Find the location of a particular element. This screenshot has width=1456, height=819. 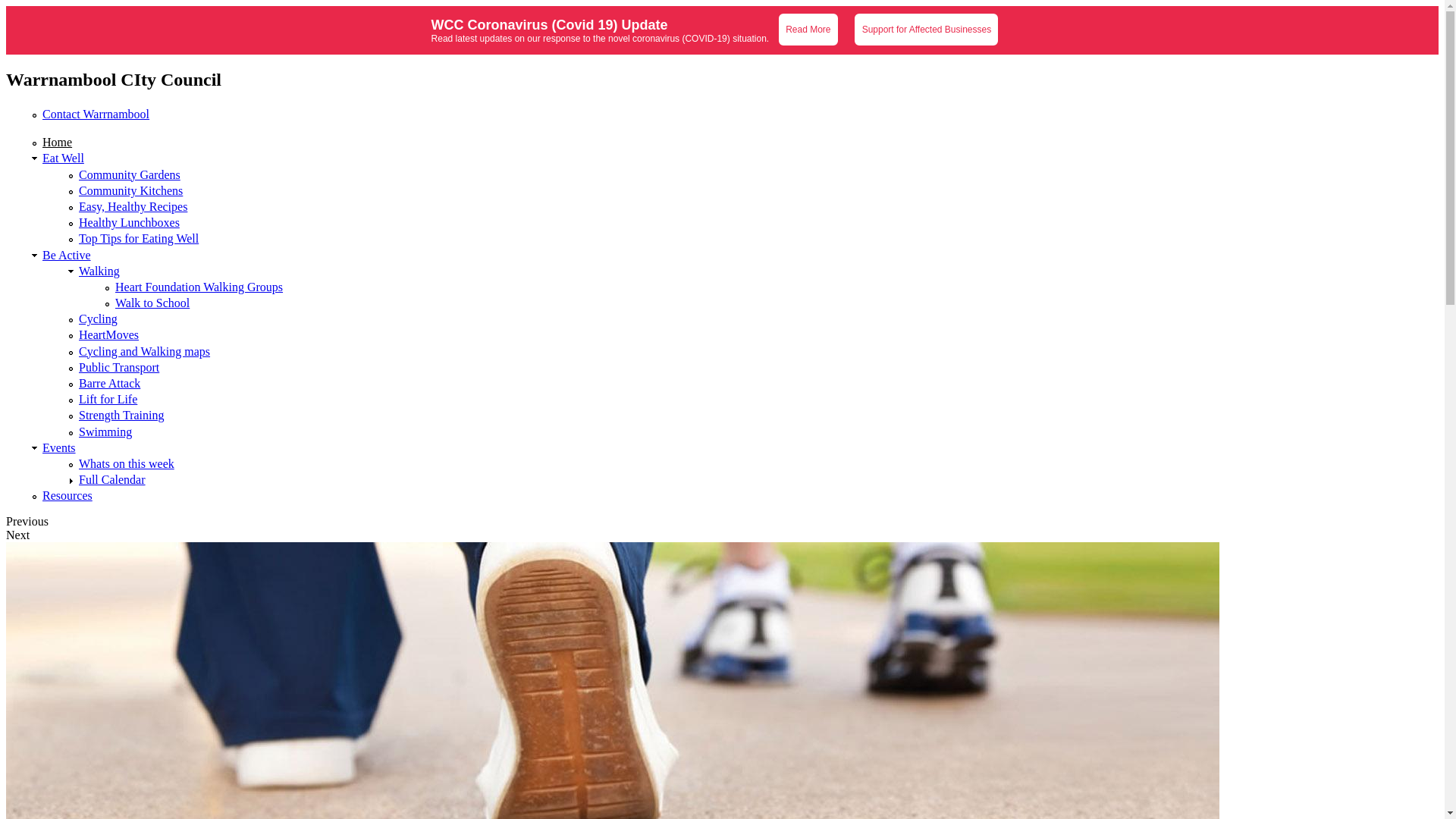

'Home' is located at coordinates (57, 142).